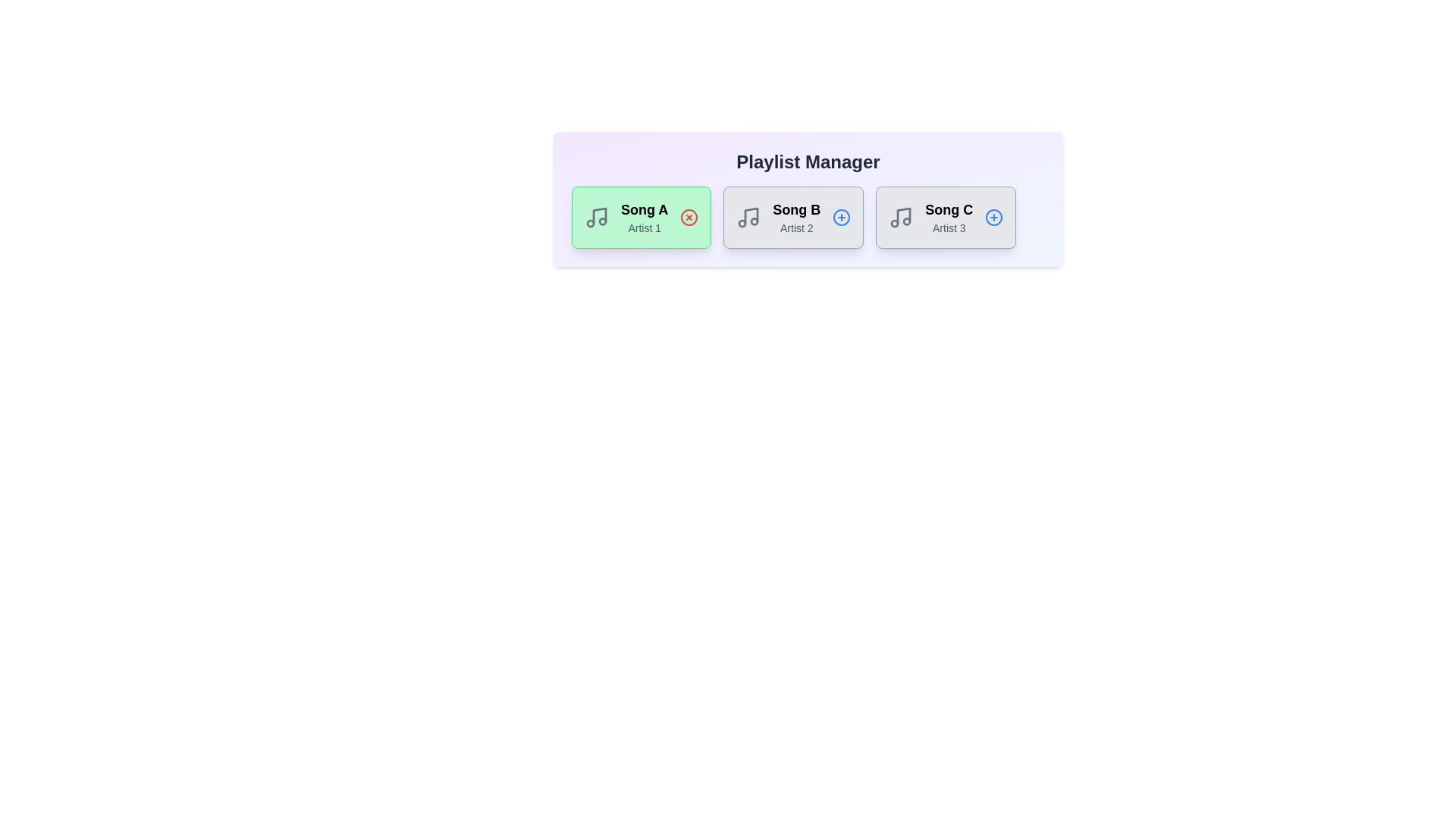  What do you see at coordinates (641, 217) in the screenshot?
I see `the song card for Song A to observe the hover effect` at bounding box center [641, 217].